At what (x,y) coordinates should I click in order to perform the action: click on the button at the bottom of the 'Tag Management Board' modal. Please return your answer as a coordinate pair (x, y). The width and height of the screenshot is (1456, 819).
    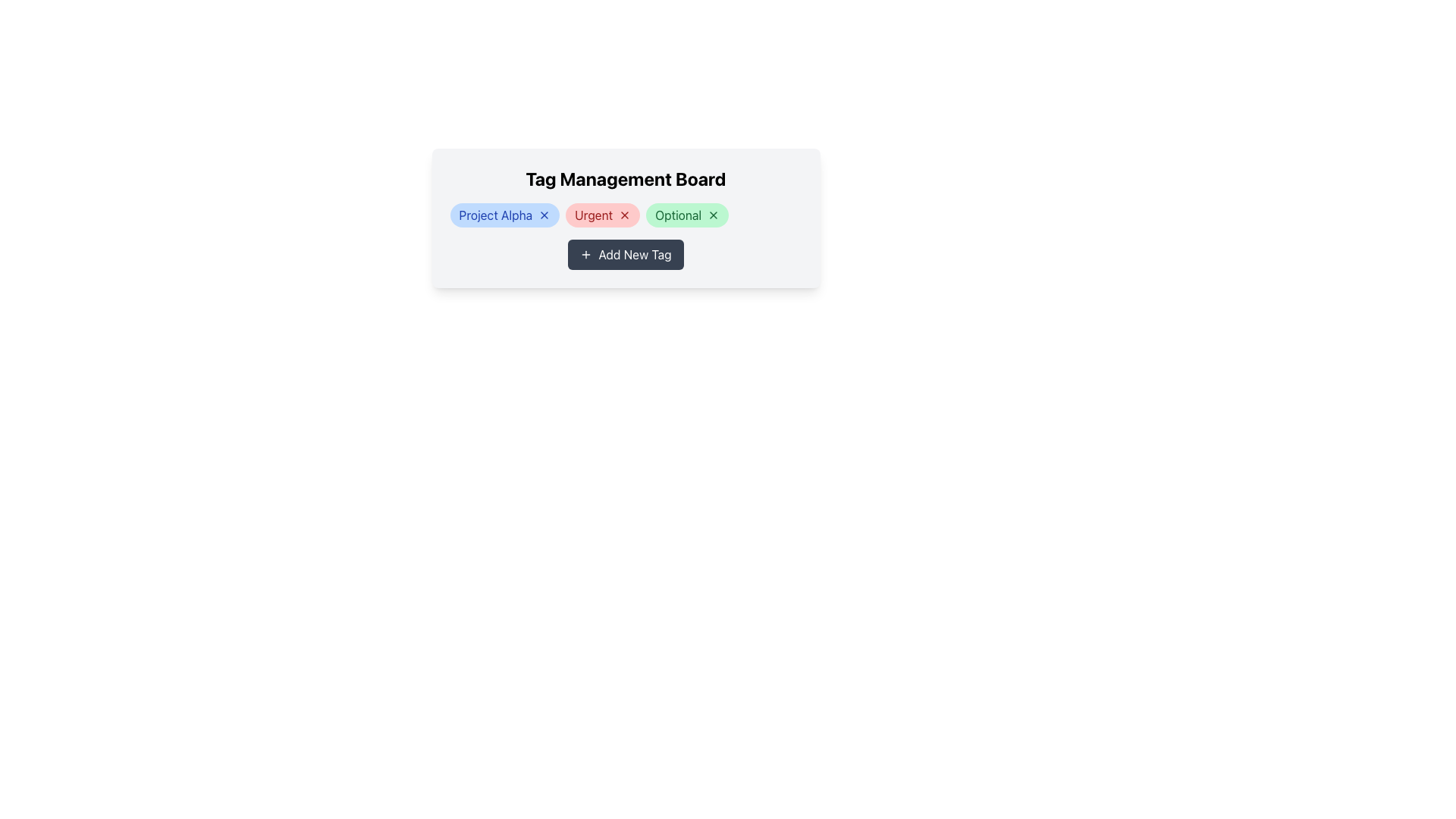
    Looking at the image, I should click on (626, 253).